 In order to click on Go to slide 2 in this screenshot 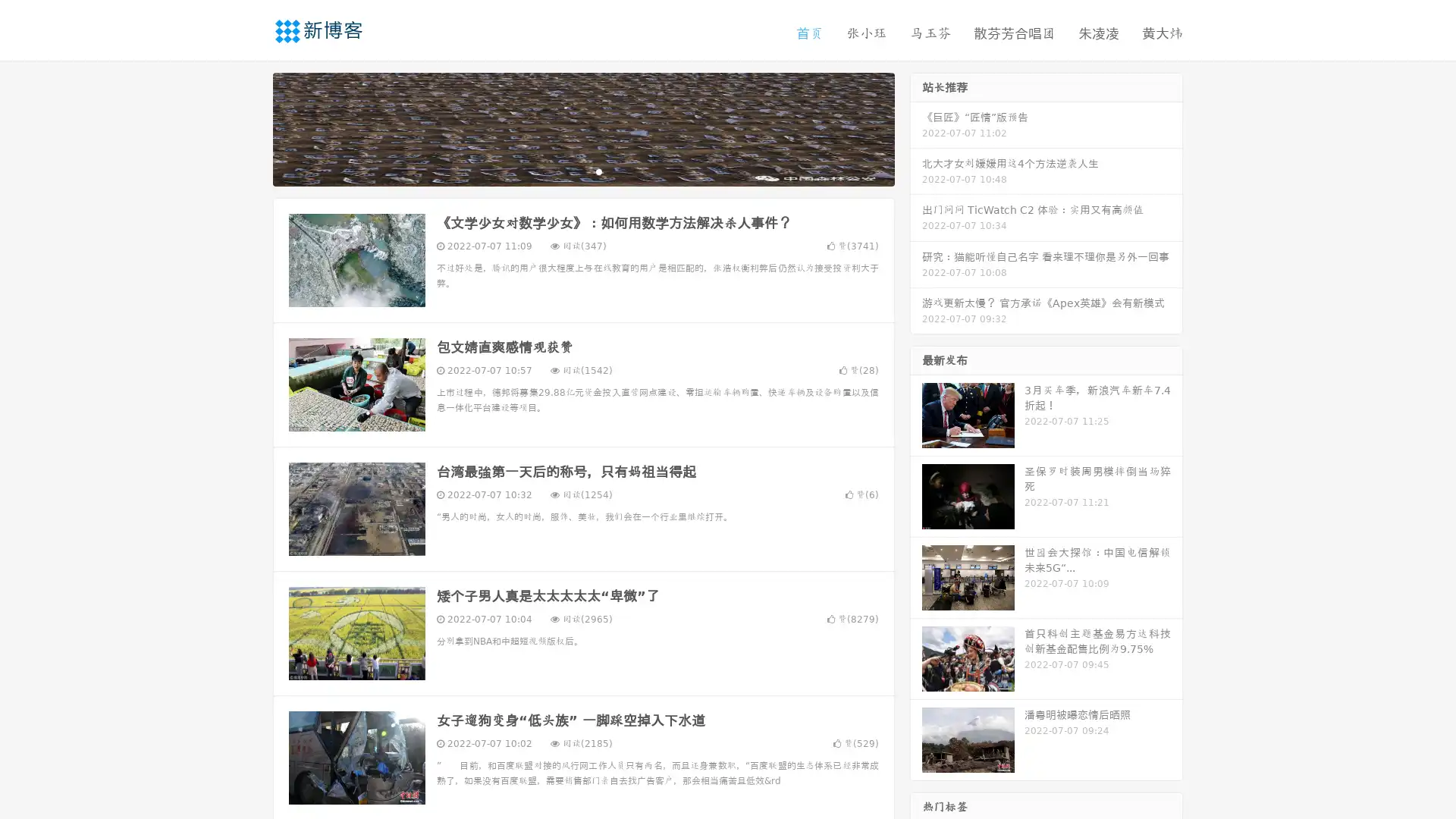, I will do `click(582, 171)`.